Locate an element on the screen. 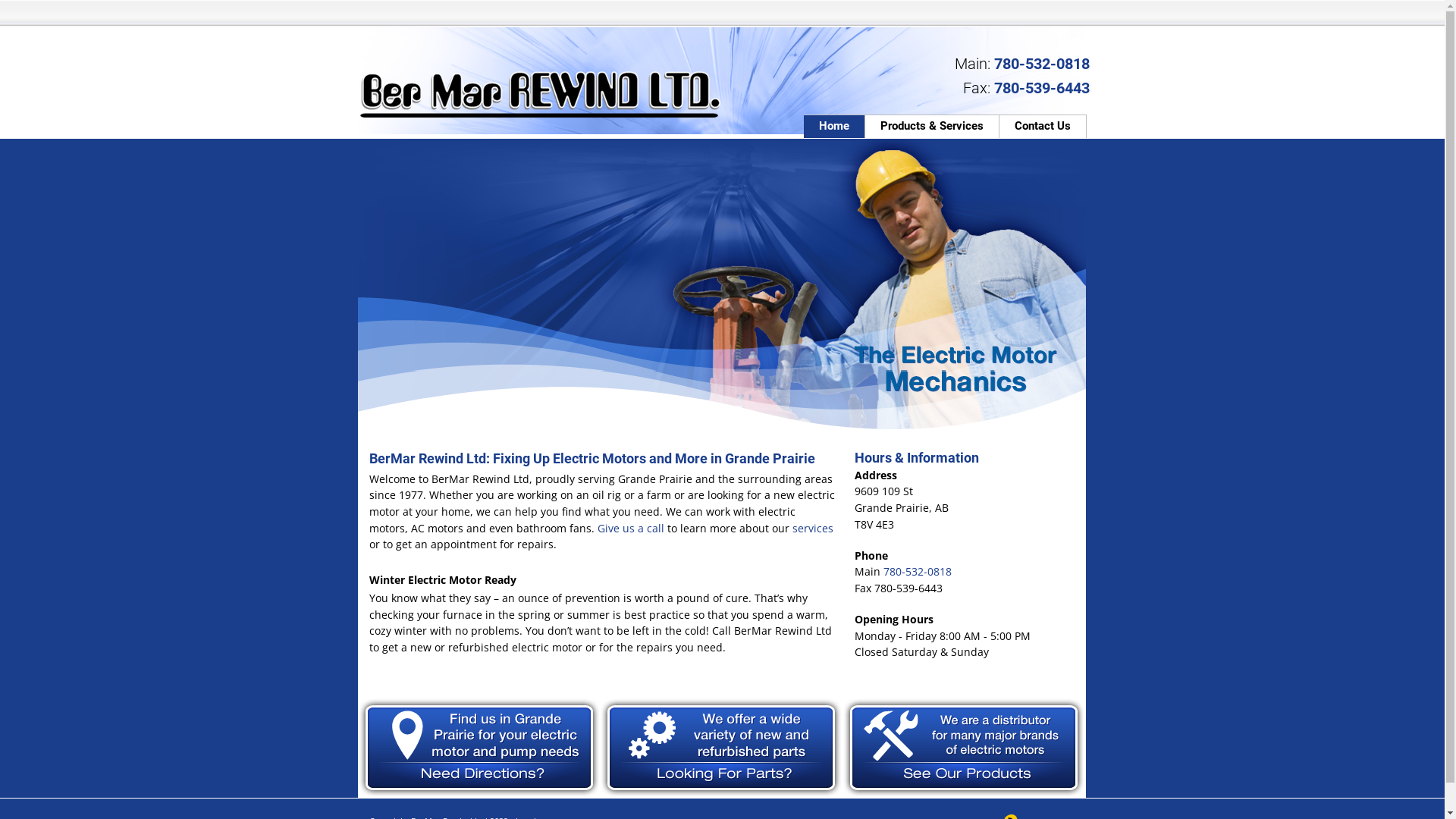 This screenshot has height=819, width=1456. '780-532-0818' is located at coordinates (916, 571).